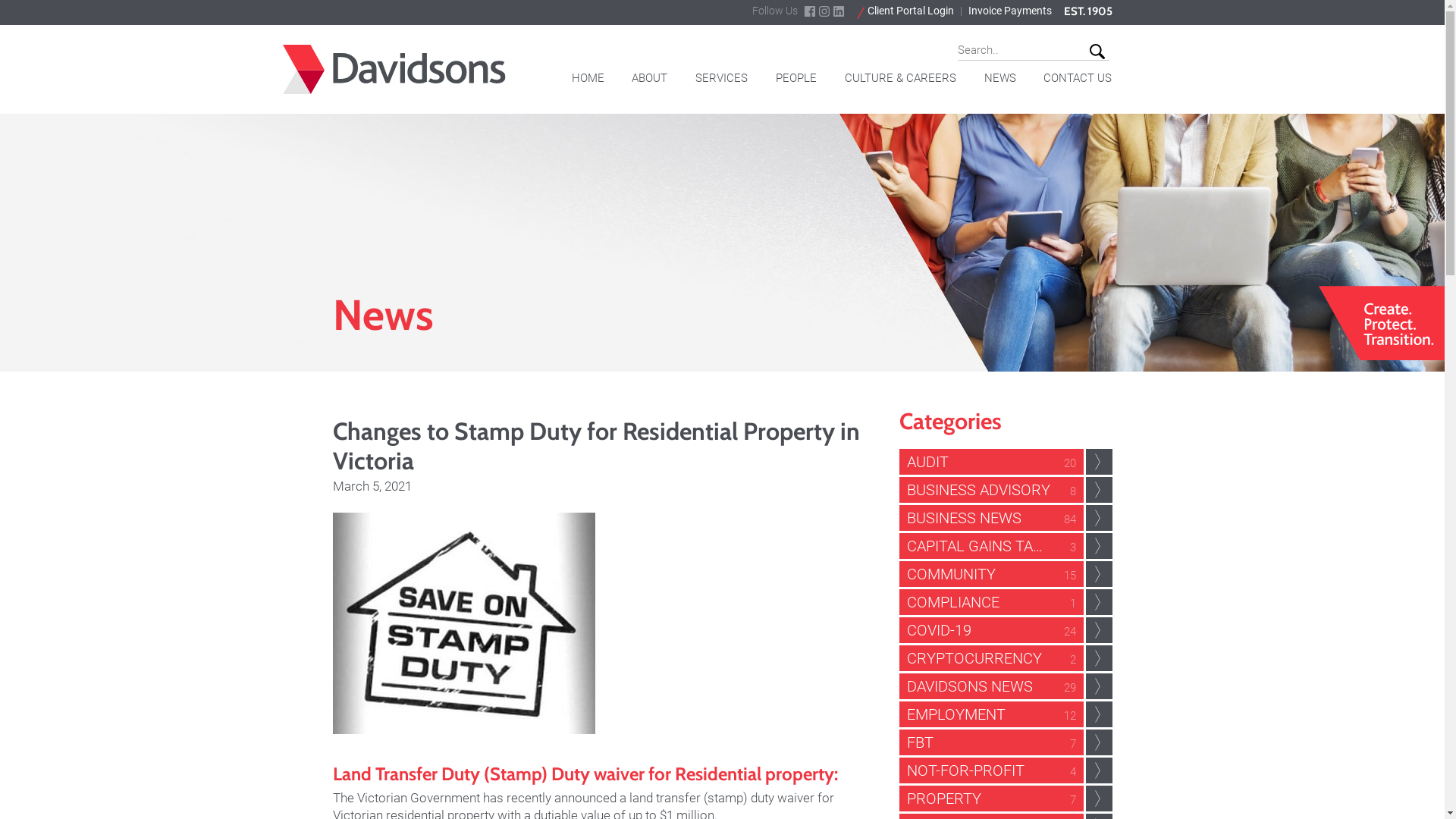 This screenshot has width=1456, height=819. I want to click on 'HOME', so click(587, 82).